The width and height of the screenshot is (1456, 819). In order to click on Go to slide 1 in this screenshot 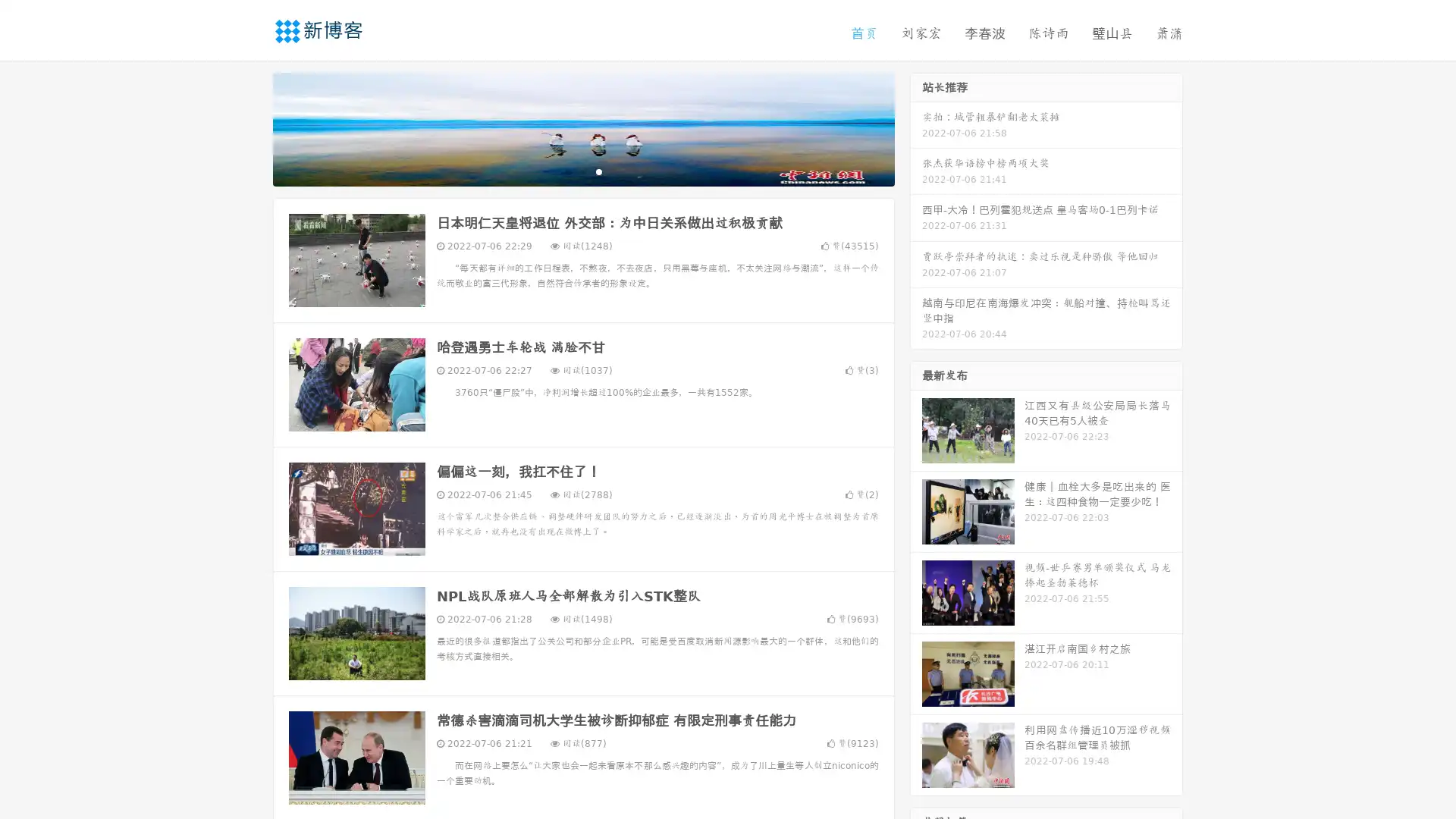, I will do `click(567, 171)`.